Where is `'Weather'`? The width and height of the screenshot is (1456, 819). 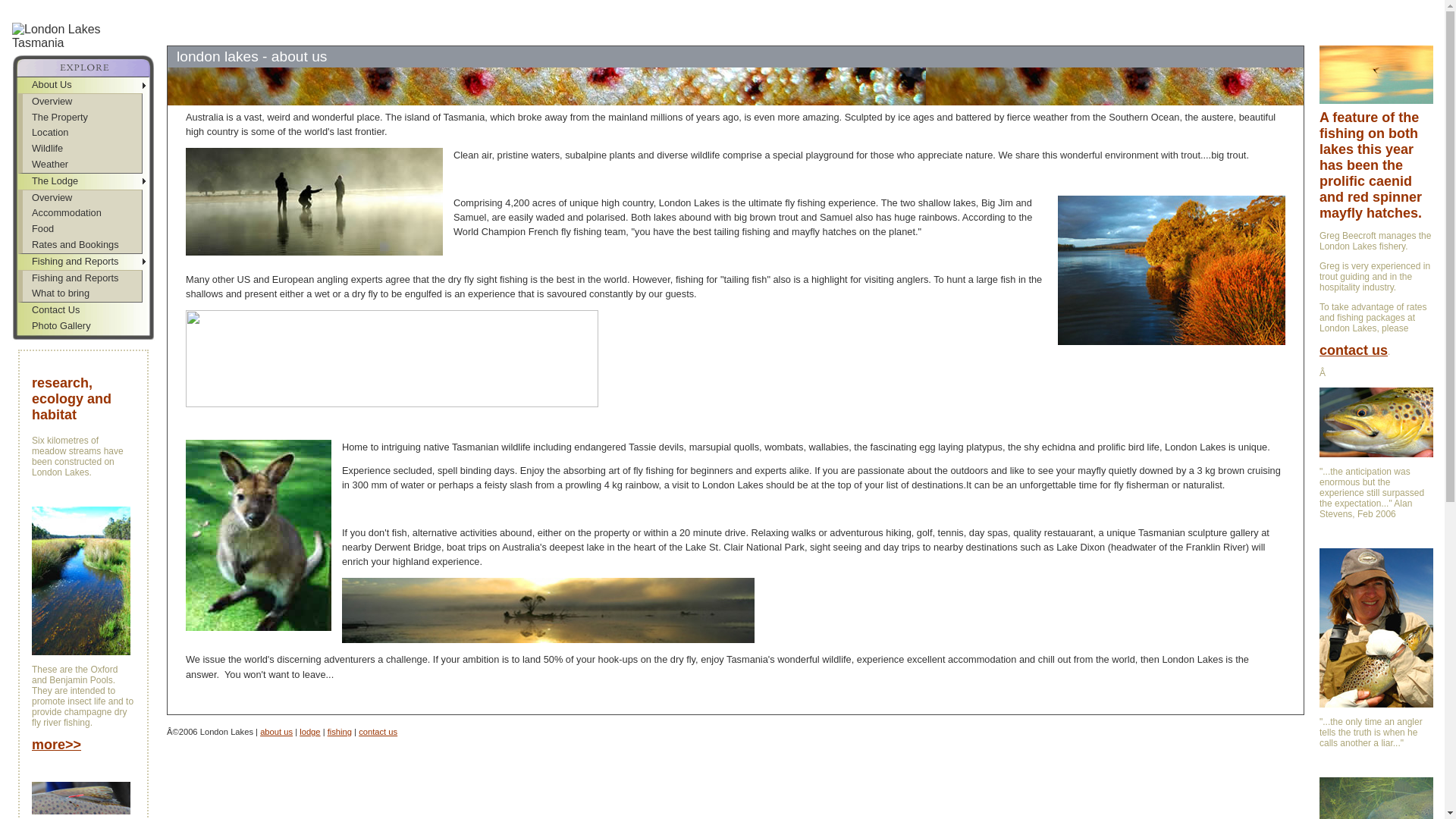
'Weather' is located at coordinates (81, 165).